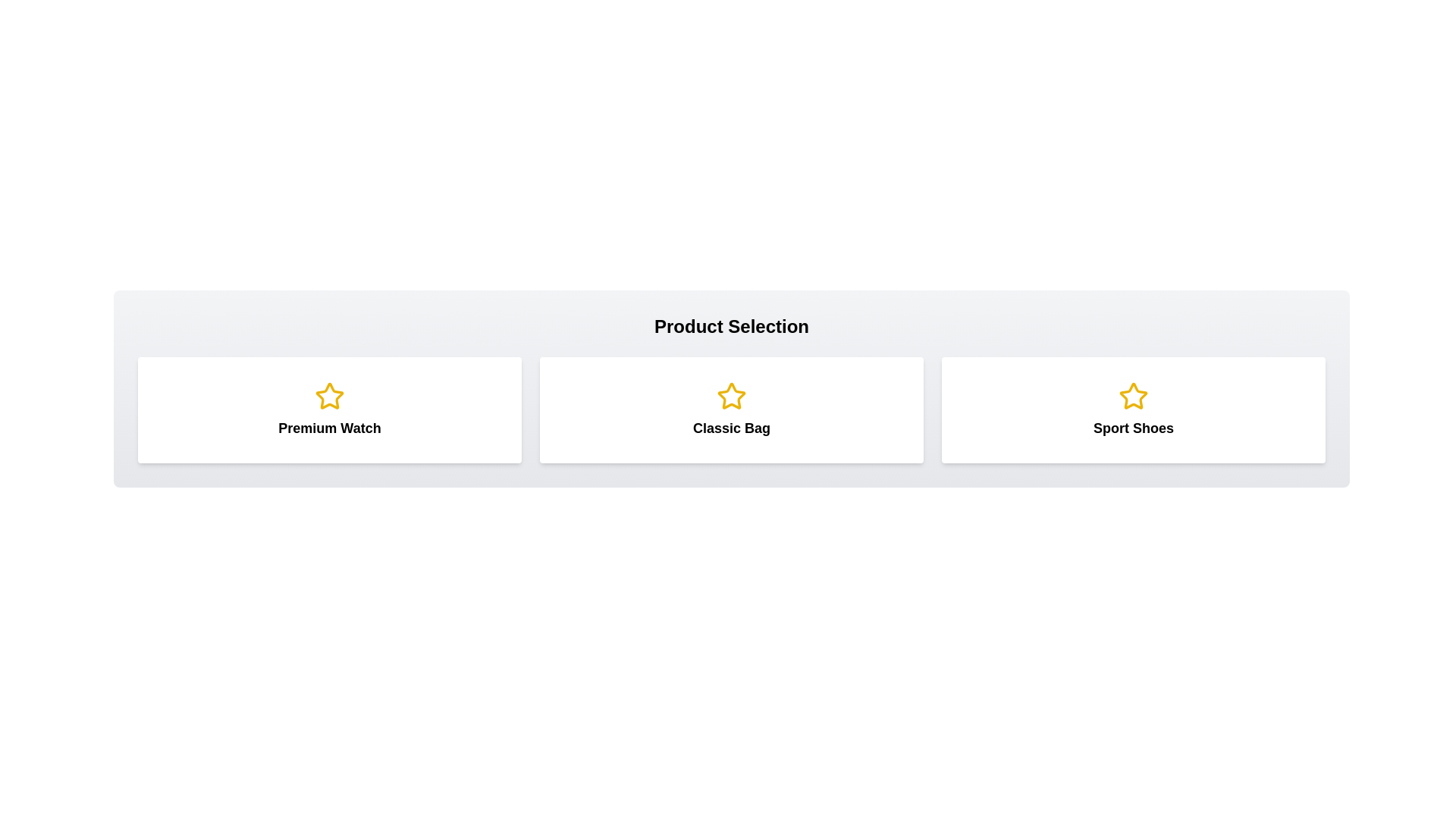  Describe the element at coordinates (731, 396) in the screenshot. I see `the star-shaped icon with a yellow outline located at the top-center of the 'Classic Bag' card` at that location.